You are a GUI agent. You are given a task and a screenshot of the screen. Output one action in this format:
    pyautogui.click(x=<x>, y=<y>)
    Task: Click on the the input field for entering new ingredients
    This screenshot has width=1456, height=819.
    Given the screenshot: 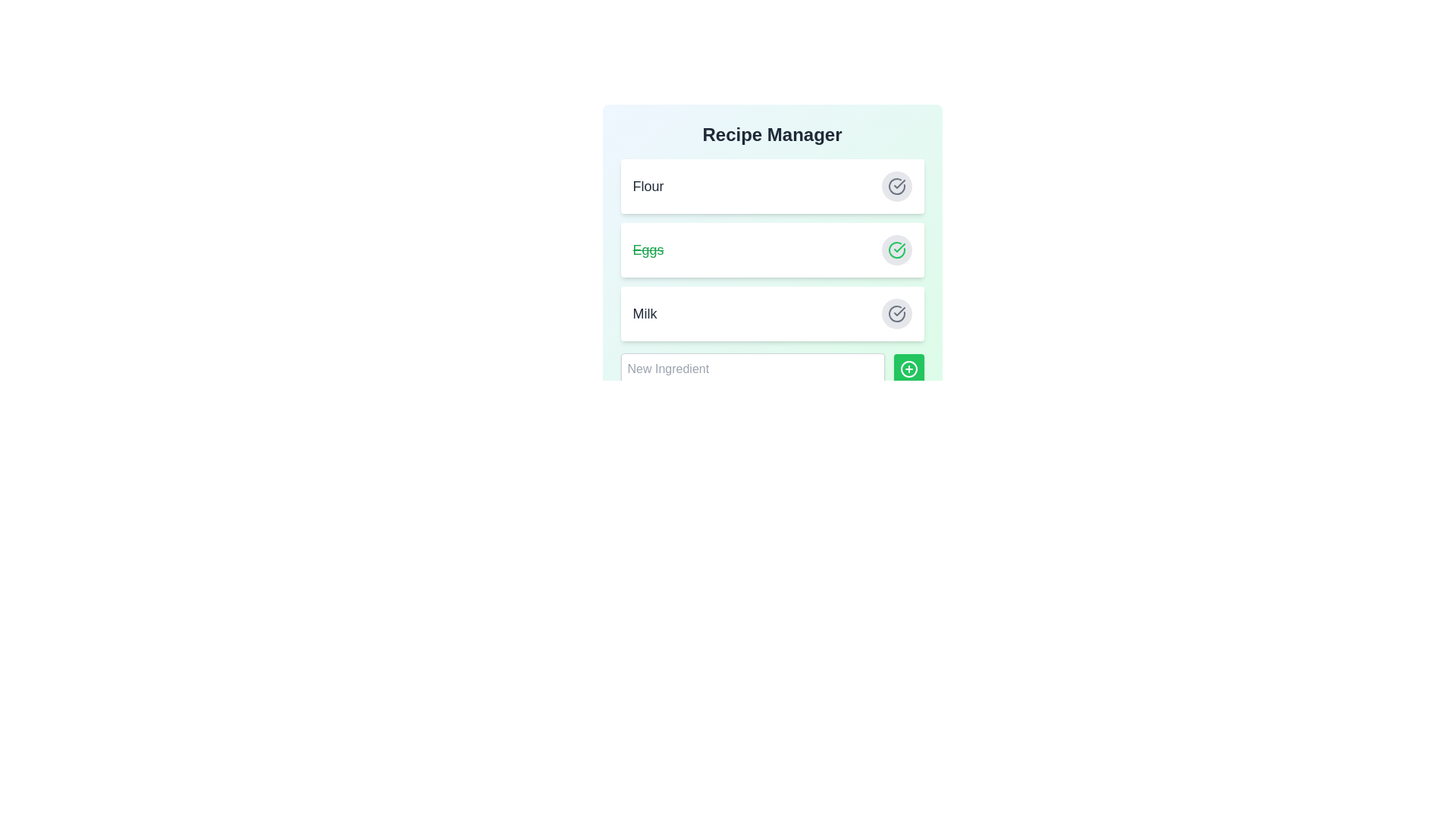 What is the action you would take?
    pyautogui.click(x=752, y=369)
    